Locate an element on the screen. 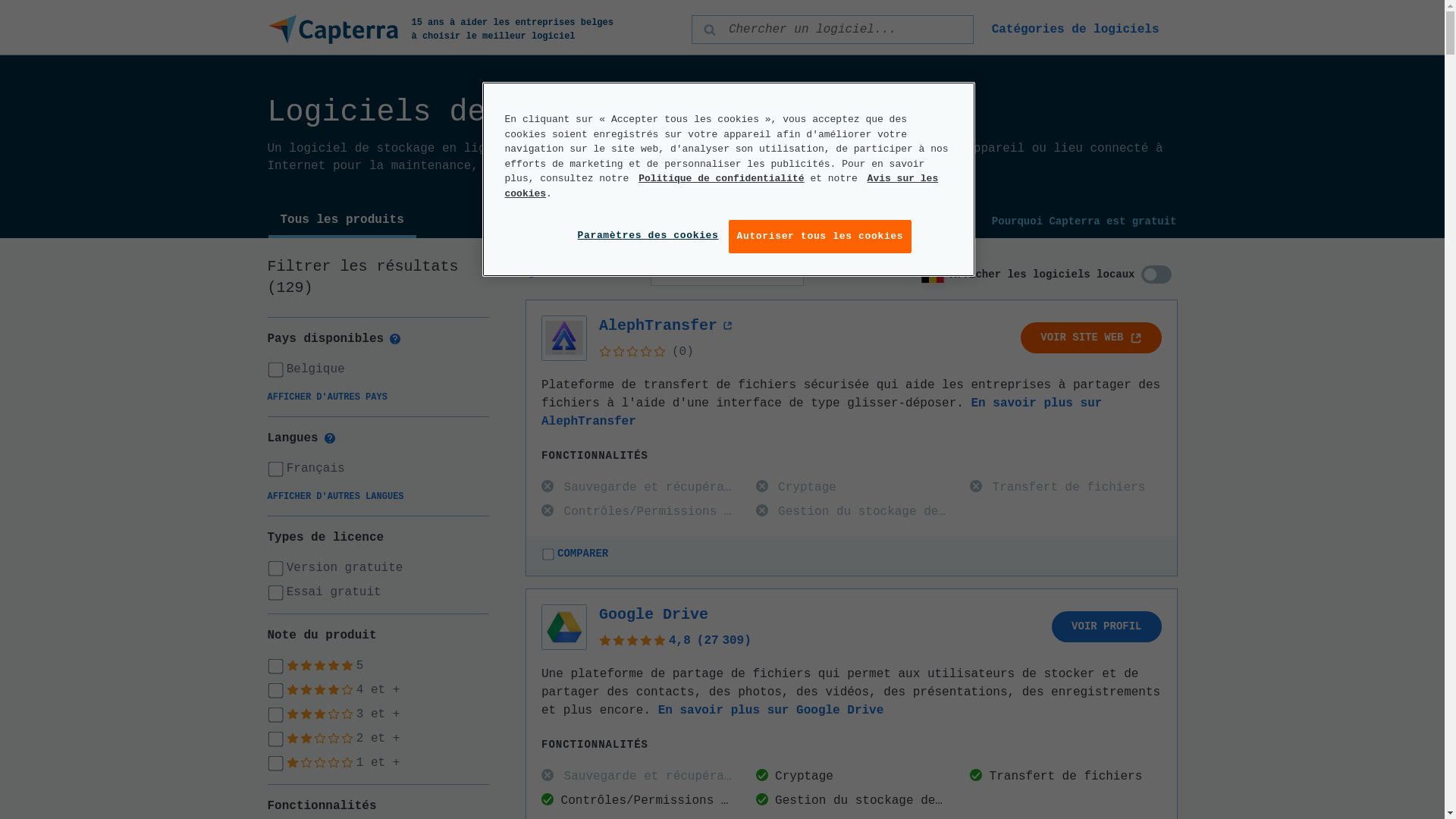  'Pourquoi Capterra est gratuit' is located at coordinates (1084, 221).